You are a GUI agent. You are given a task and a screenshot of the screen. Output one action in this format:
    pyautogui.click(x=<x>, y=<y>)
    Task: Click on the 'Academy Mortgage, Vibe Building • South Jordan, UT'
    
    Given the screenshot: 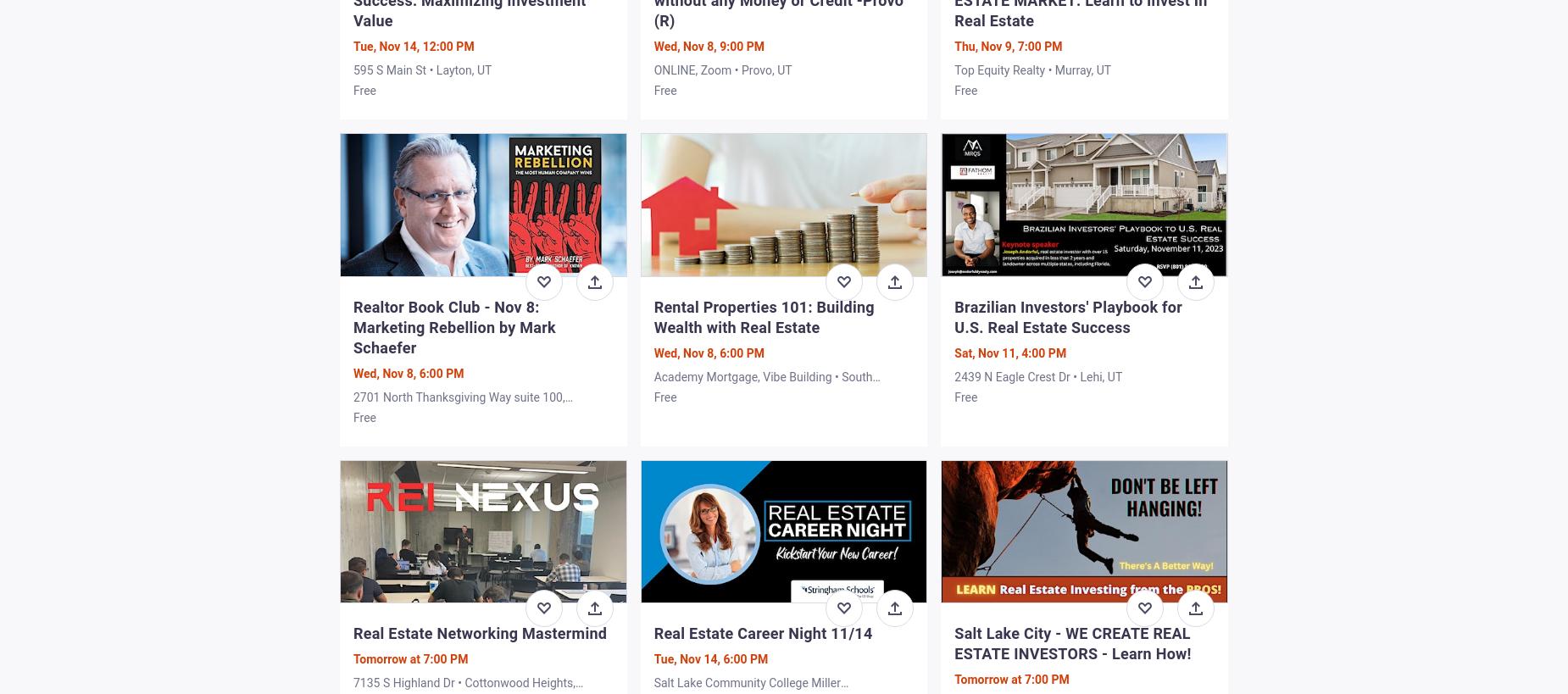 What is the action you would take?
    pyautogui.click(x=763, y=384)
    